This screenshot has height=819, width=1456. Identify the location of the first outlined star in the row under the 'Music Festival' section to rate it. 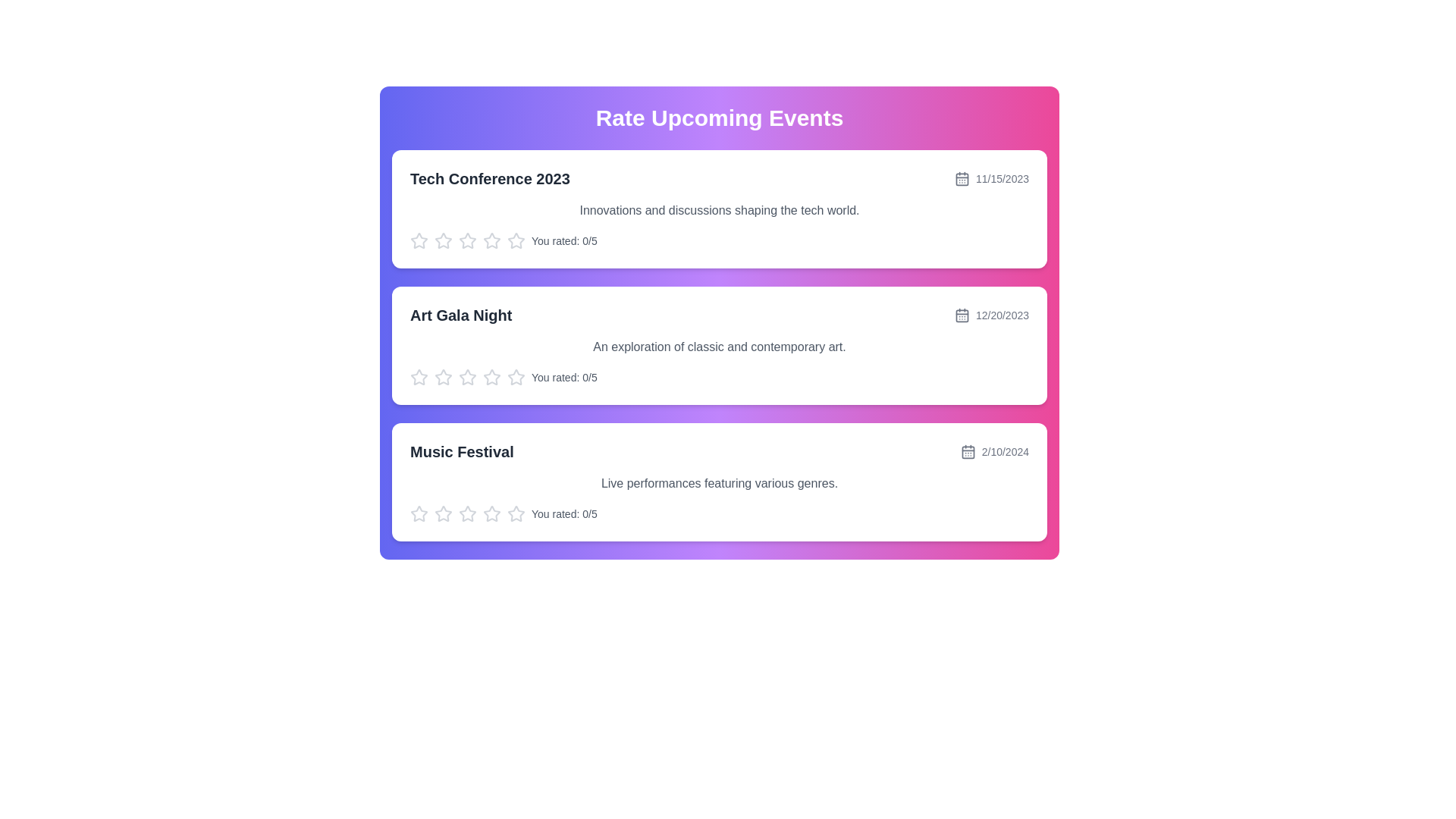
(443, 513).